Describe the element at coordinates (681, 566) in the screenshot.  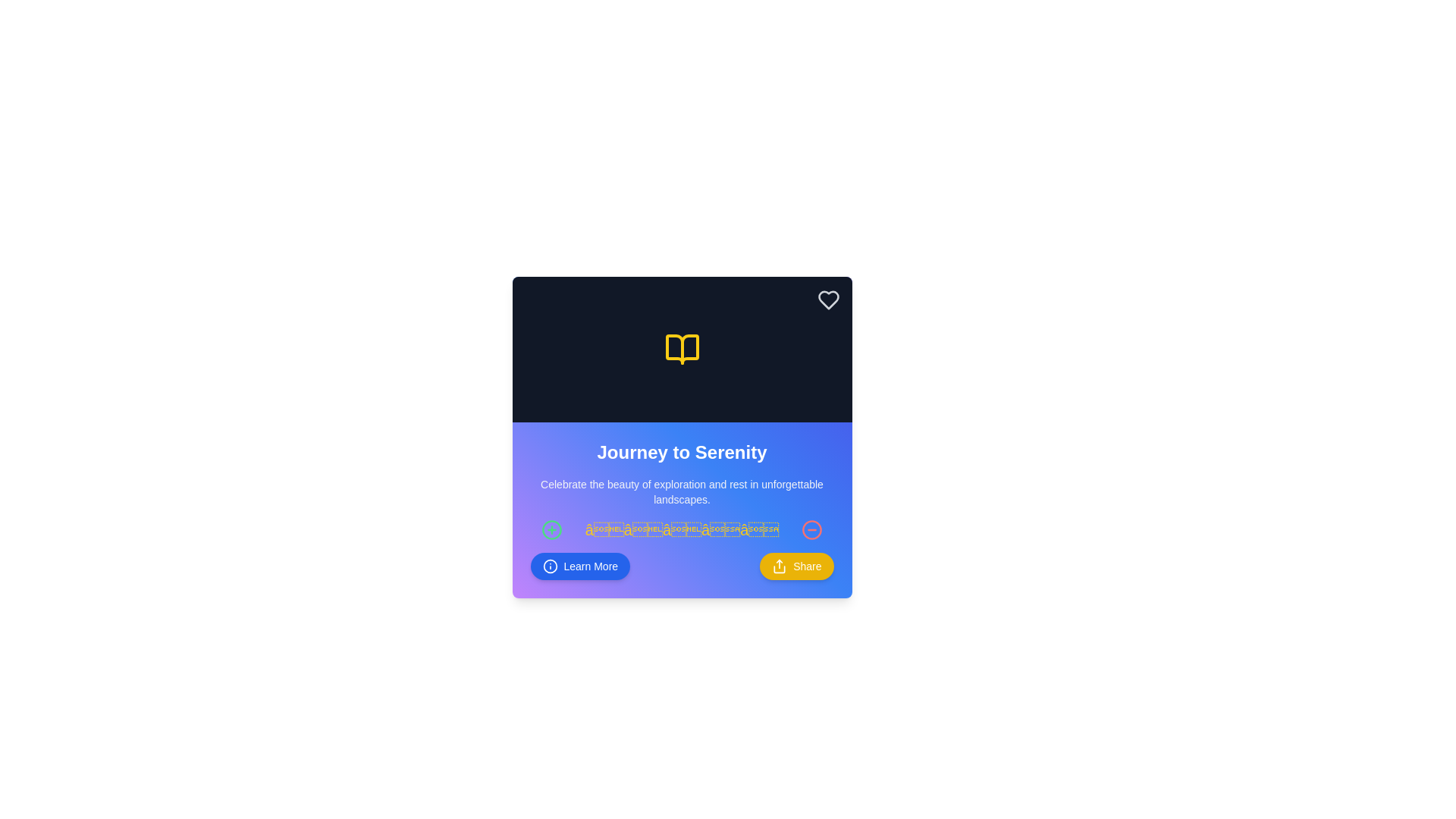
I see `the 'Learn More' button located at the bottom of the card layout under the title 'Journey to Serenity'` at that location.